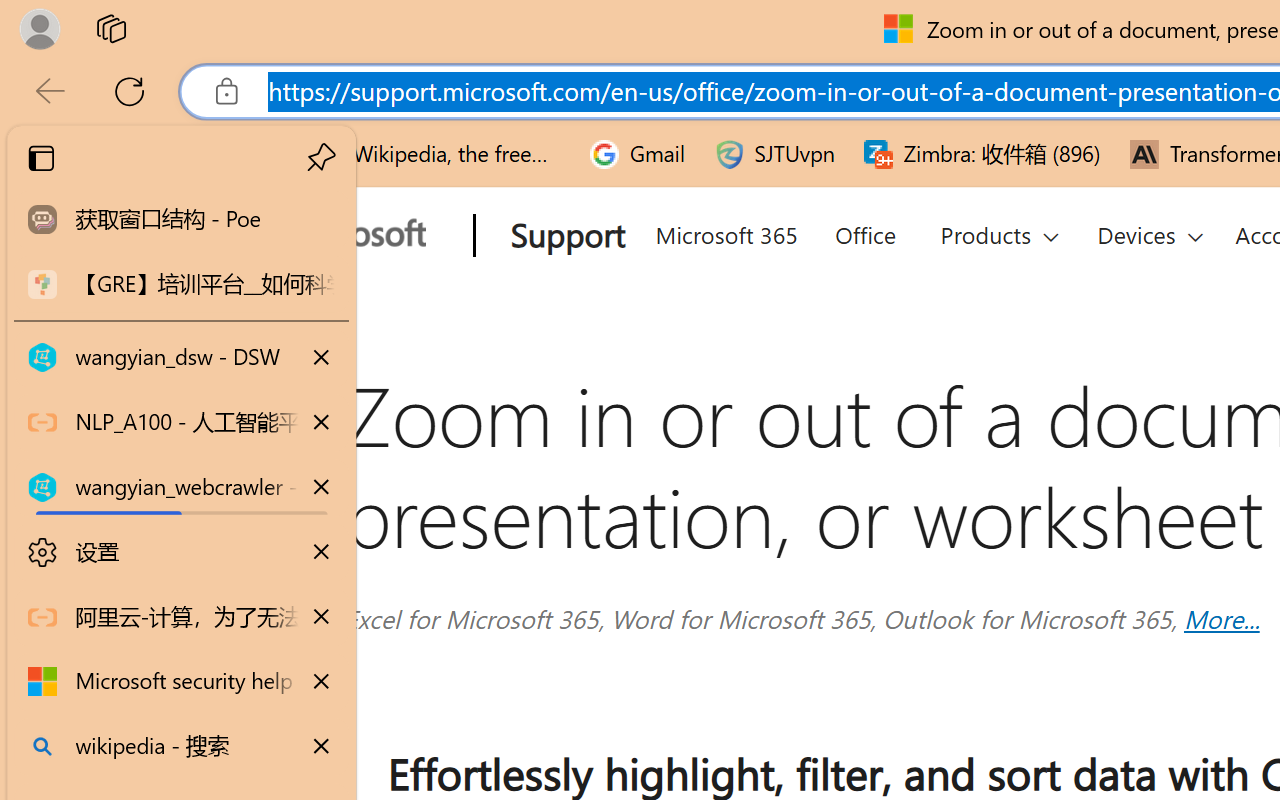 This screenshot has width=1280, height=800. Describe the element at coordinates (562, 236) in the screenshot. I see `'Support'` at that location.